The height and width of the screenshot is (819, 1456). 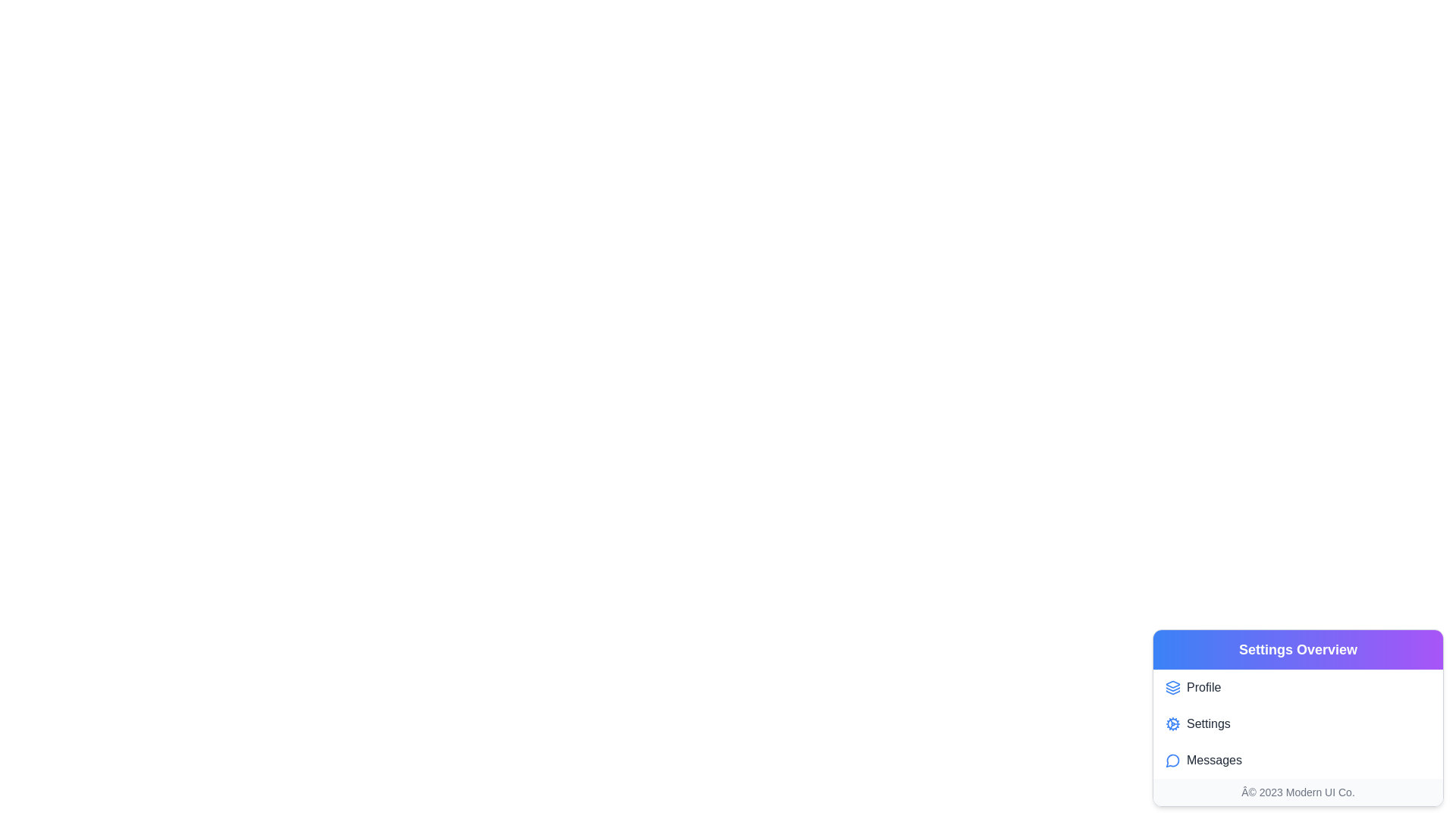 I want to click on the 'Settings' text label, so click(x=1207, y=723).